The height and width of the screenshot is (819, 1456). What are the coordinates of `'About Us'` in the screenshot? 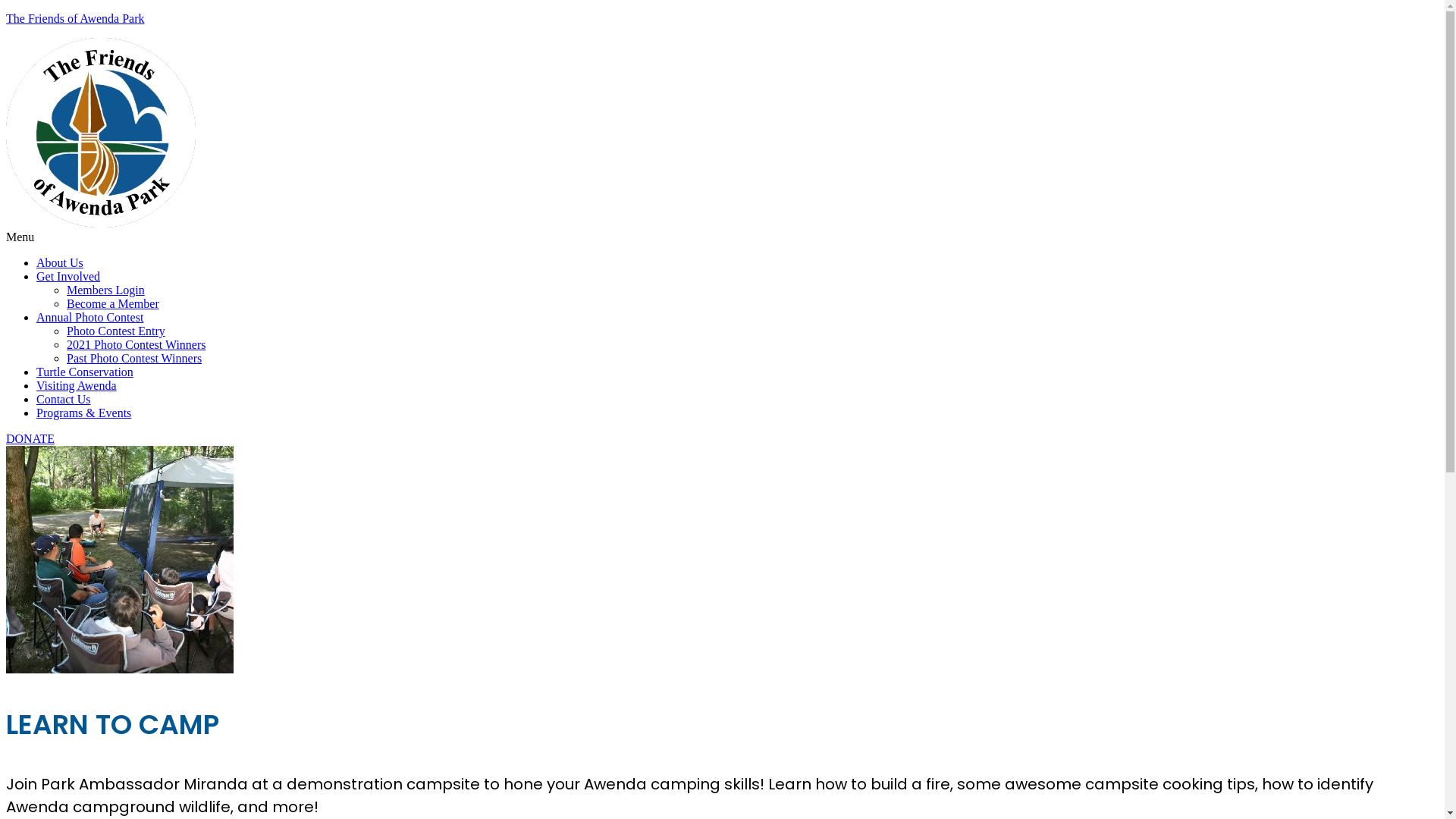 It's located at (36, 262).